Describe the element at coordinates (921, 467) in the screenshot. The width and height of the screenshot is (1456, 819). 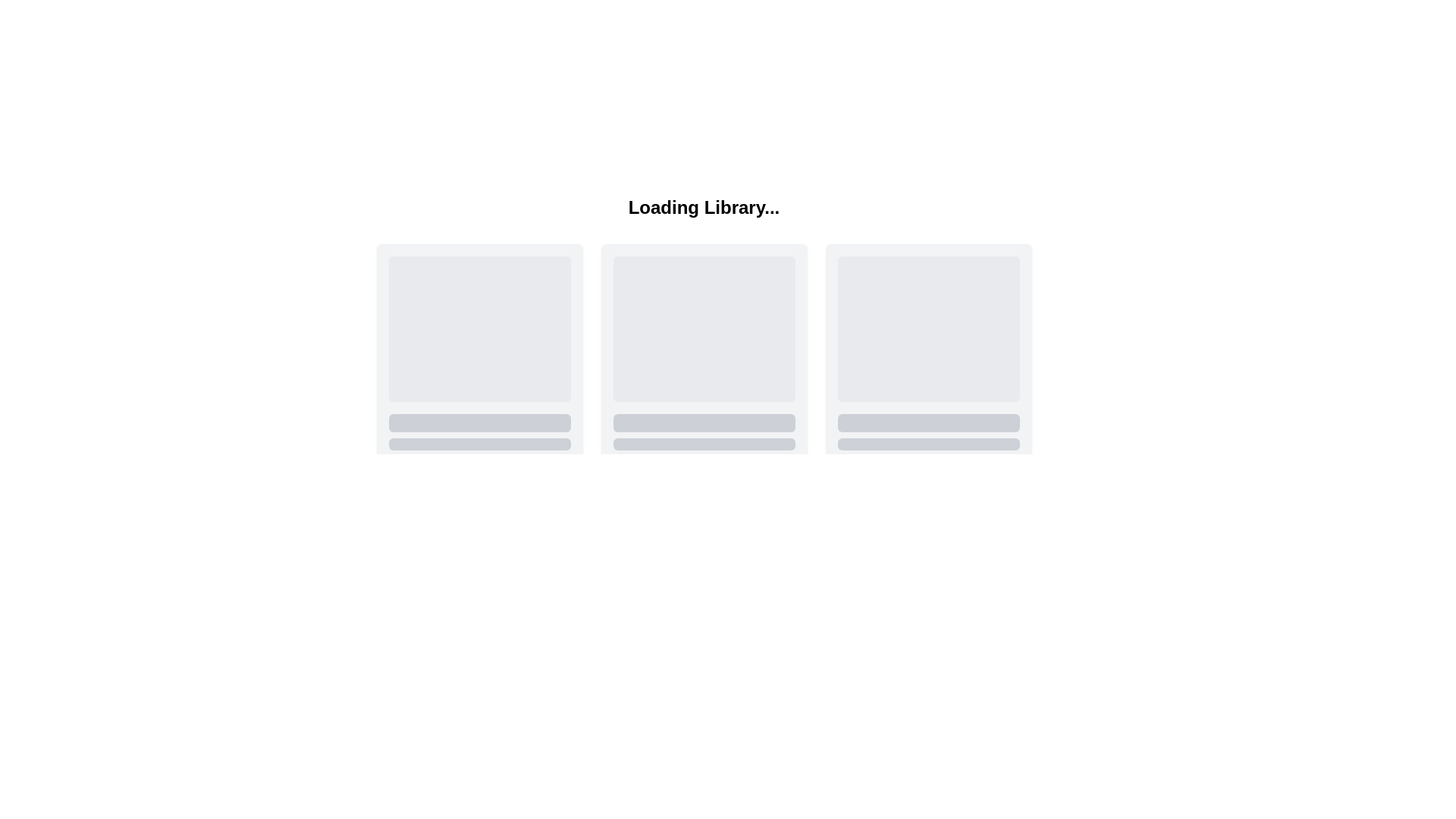
I see `the second visual display block with a gray background and rounded corners, positioned to the right of its sibling in the bottom-right area of the display` at that location.